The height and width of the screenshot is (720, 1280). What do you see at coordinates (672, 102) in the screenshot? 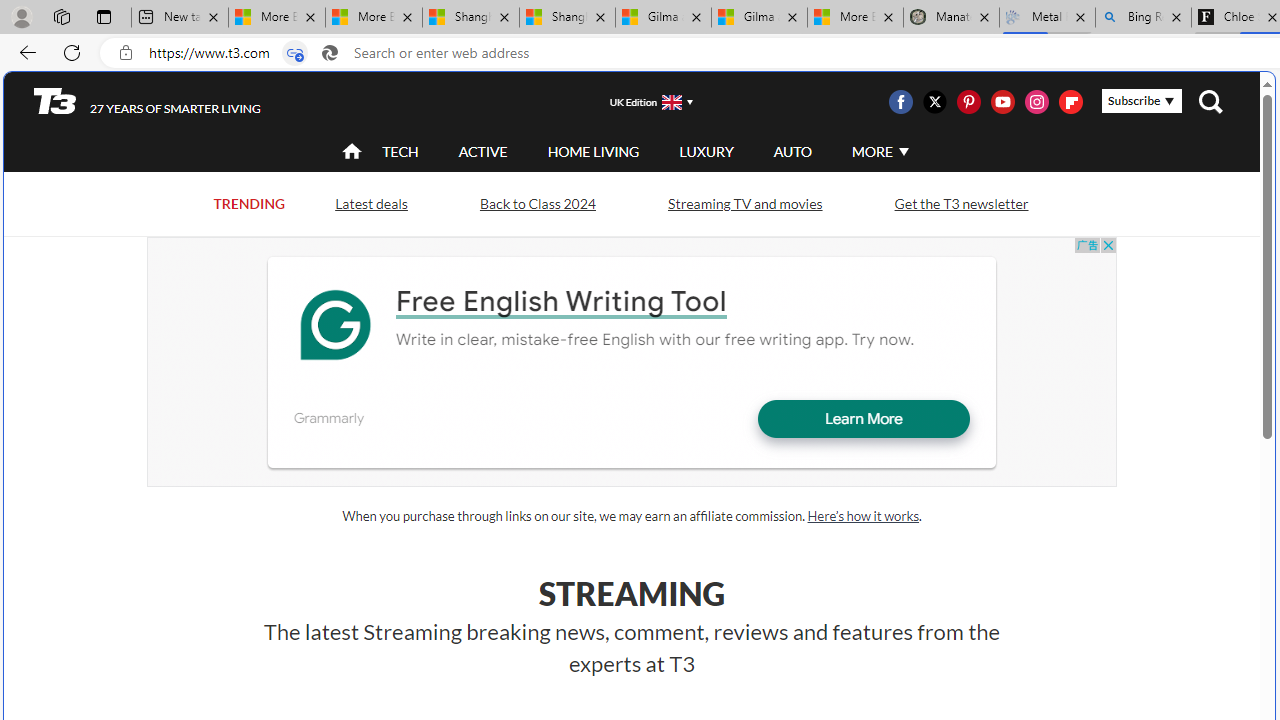
I see `'flag of UK'` at bounding box center [672, 102].